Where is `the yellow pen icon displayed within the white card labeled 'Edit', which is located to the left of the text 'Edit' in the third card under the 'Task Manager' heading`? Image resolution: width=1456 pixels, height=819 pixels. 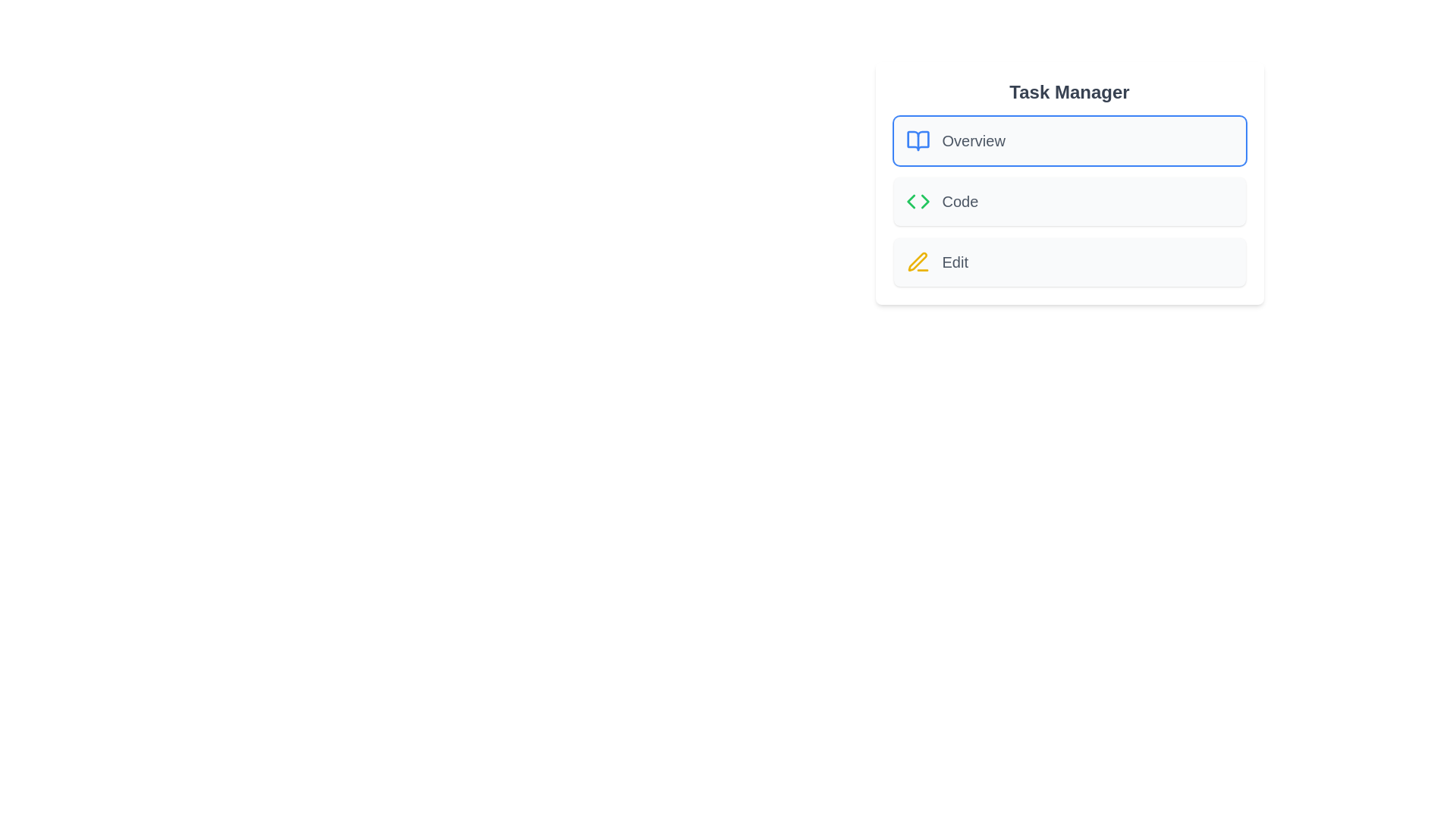
the yellow pen icon displayed within the white card labeled 'Edit', which is located to the left of the text 'Edit' in the third card under the 'Task Manager' heading is located at coordinates (917, 262).